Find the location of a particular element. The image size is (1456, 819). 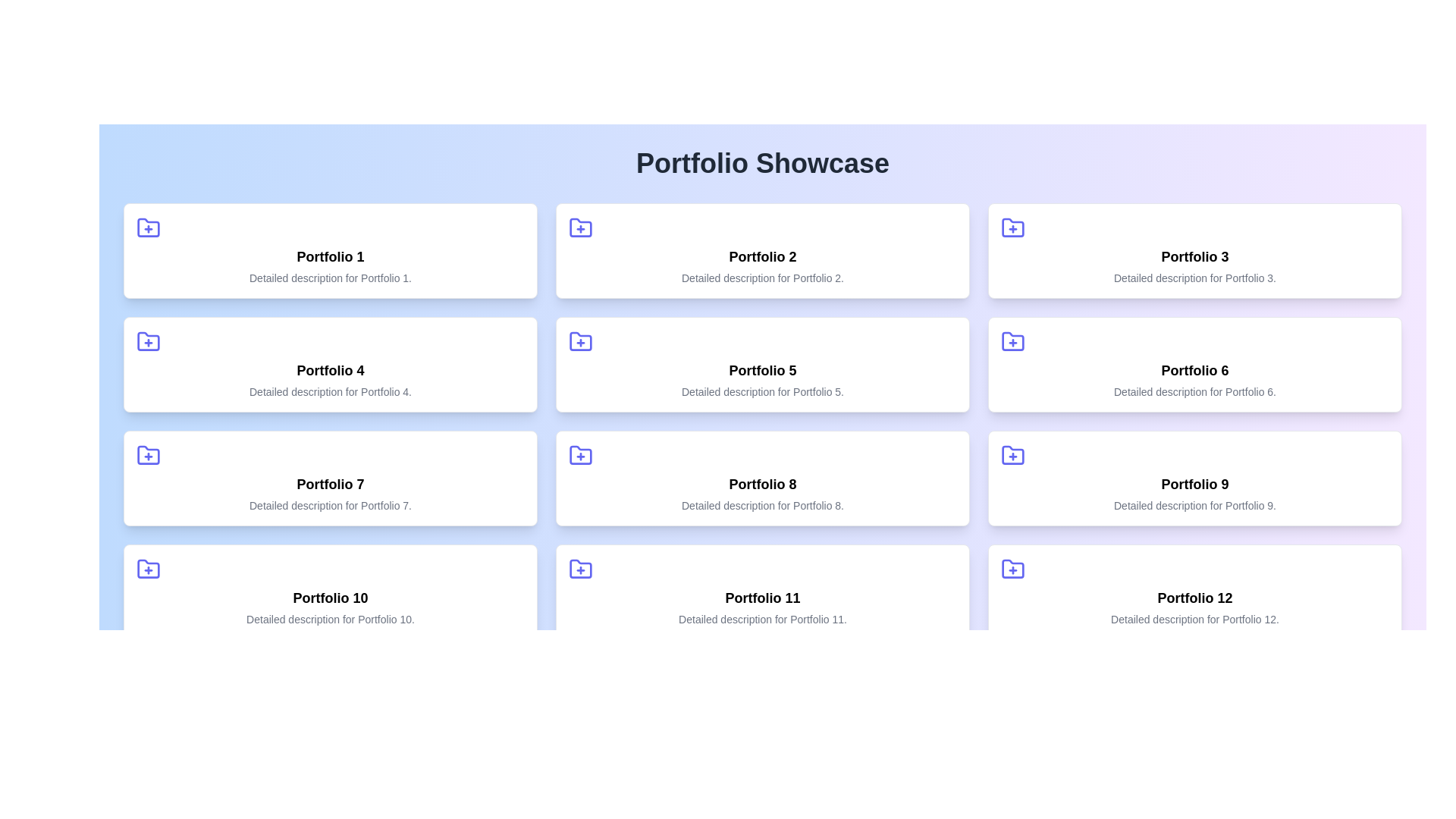

text segment styled with a small font and gray color that says 'Detailed description for Portfolio 11.' located within the bottom part of the card about 'Portfolio 11' is located at coordinates (763, 620).